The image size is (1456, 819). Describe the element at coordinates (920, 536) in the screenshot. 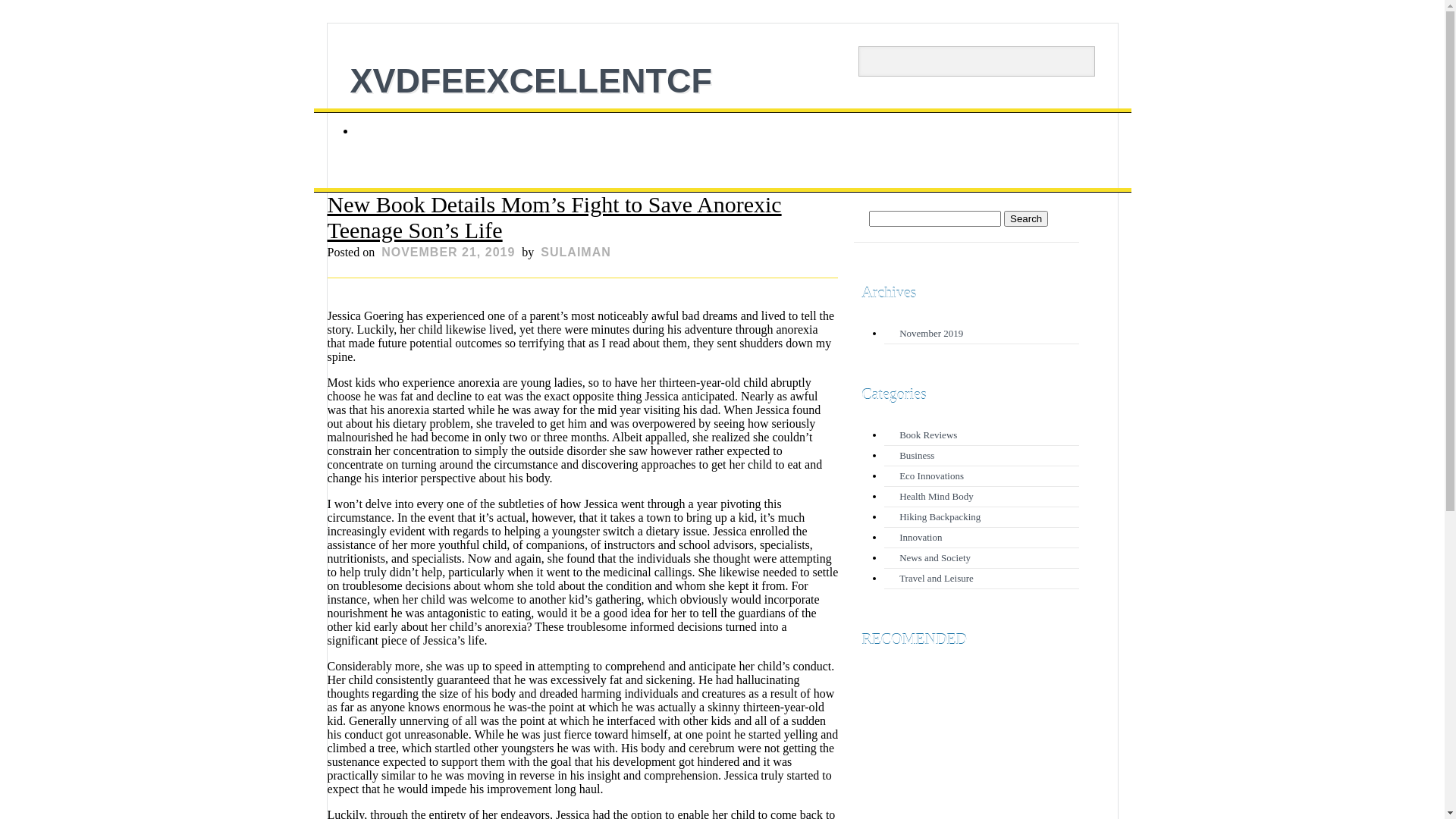

I see `'Innovation'` at that location.